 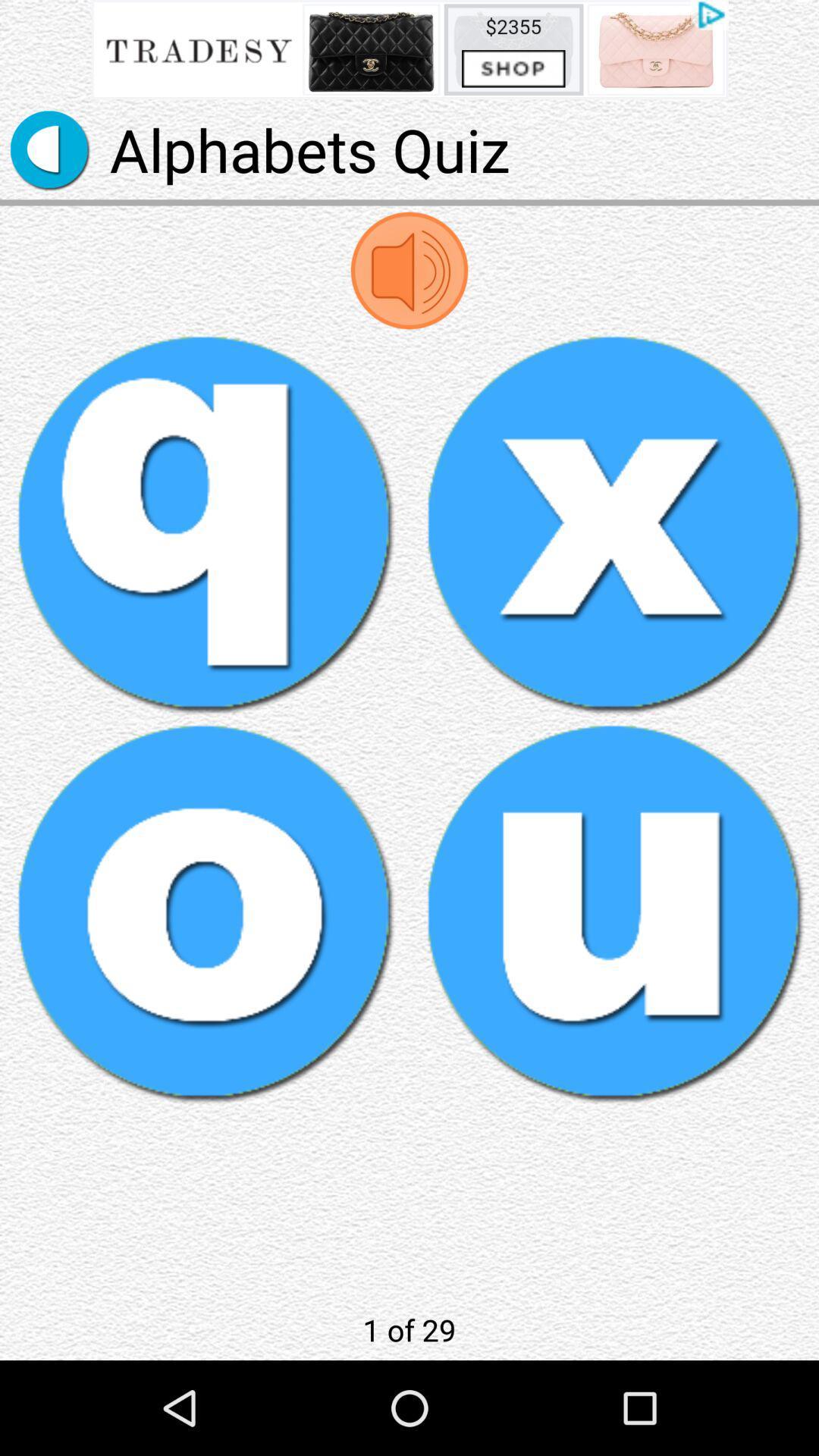 I want to click on o option, so click(x=205, y=912).